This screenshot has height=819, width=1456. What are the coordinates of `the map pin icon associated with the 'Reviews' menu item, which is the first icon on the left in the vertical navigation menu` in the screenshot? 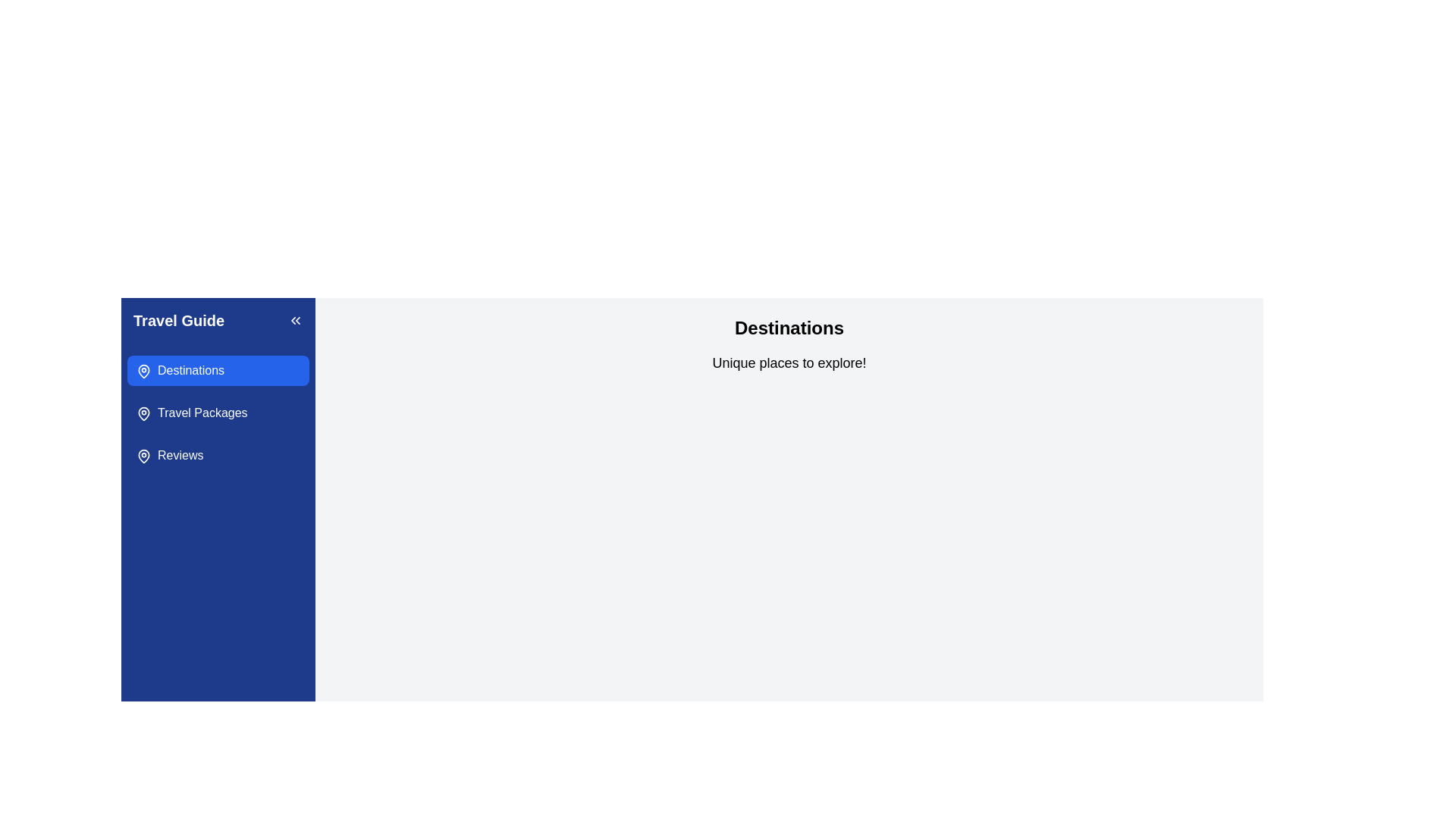 It's located at (144, 455).